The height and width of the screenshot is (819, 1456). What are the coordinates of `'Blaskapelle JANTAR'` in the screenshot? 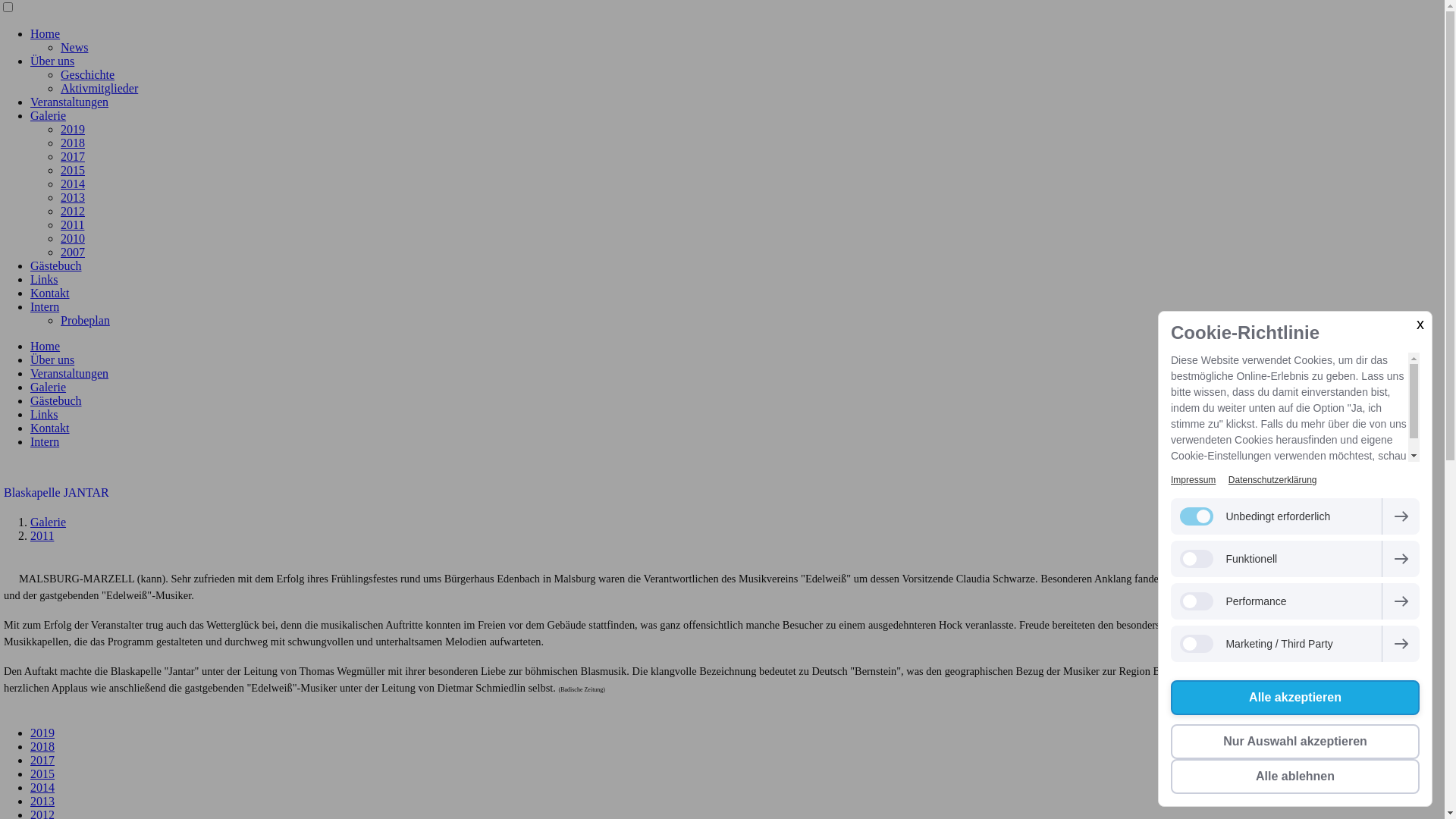 It's located at (721, 493).